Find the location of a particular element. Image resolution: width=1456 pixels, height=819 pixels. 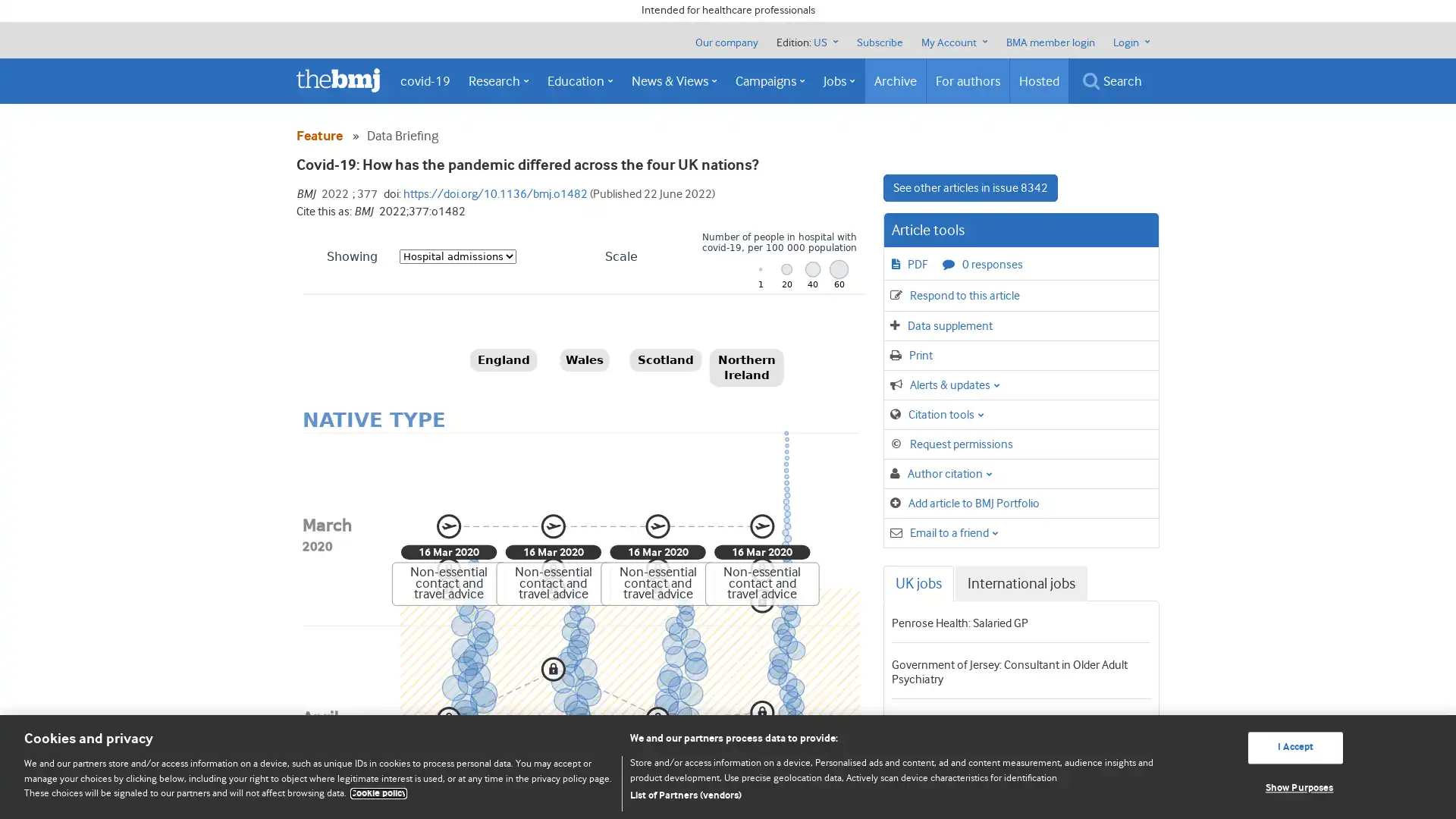

Alerts & updates is located at coordinates (952, 384).